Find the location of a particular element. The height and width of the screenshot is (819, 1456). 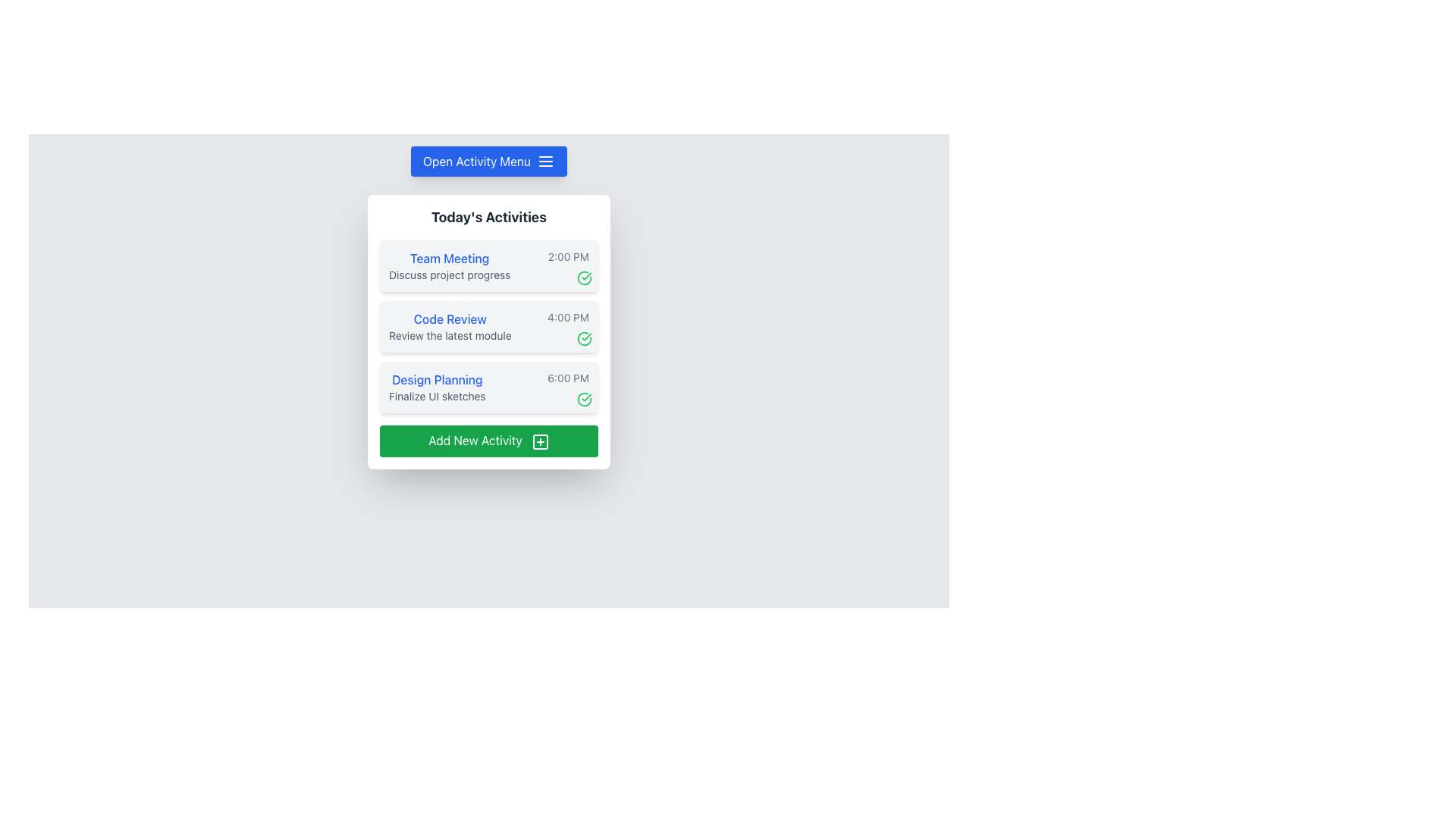

the rightmost portion of the 'Open Activity Menu' button is located at coordinates (546, 161).